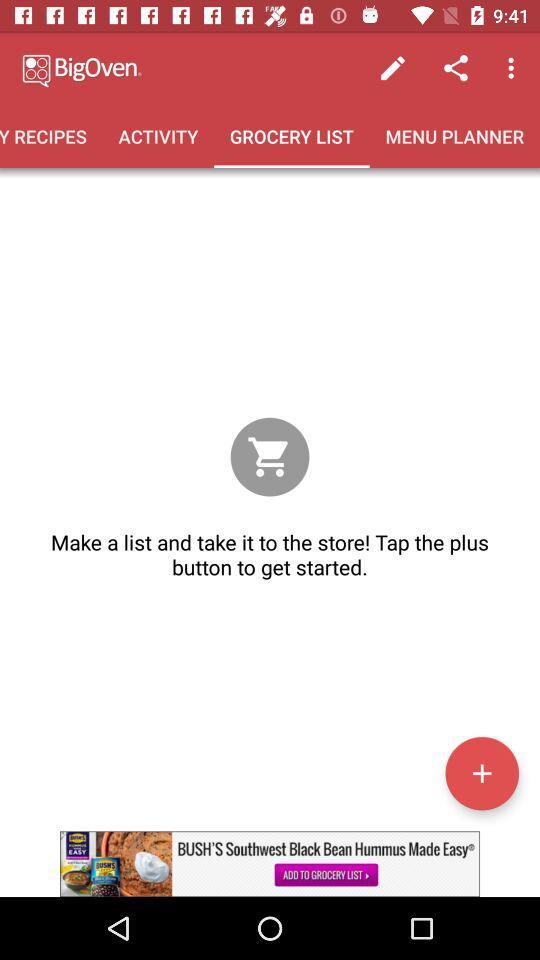 Image resolution: width=540 pixels, height=960 pixels. I want to click on start a new grocery list, so click(481, 772).